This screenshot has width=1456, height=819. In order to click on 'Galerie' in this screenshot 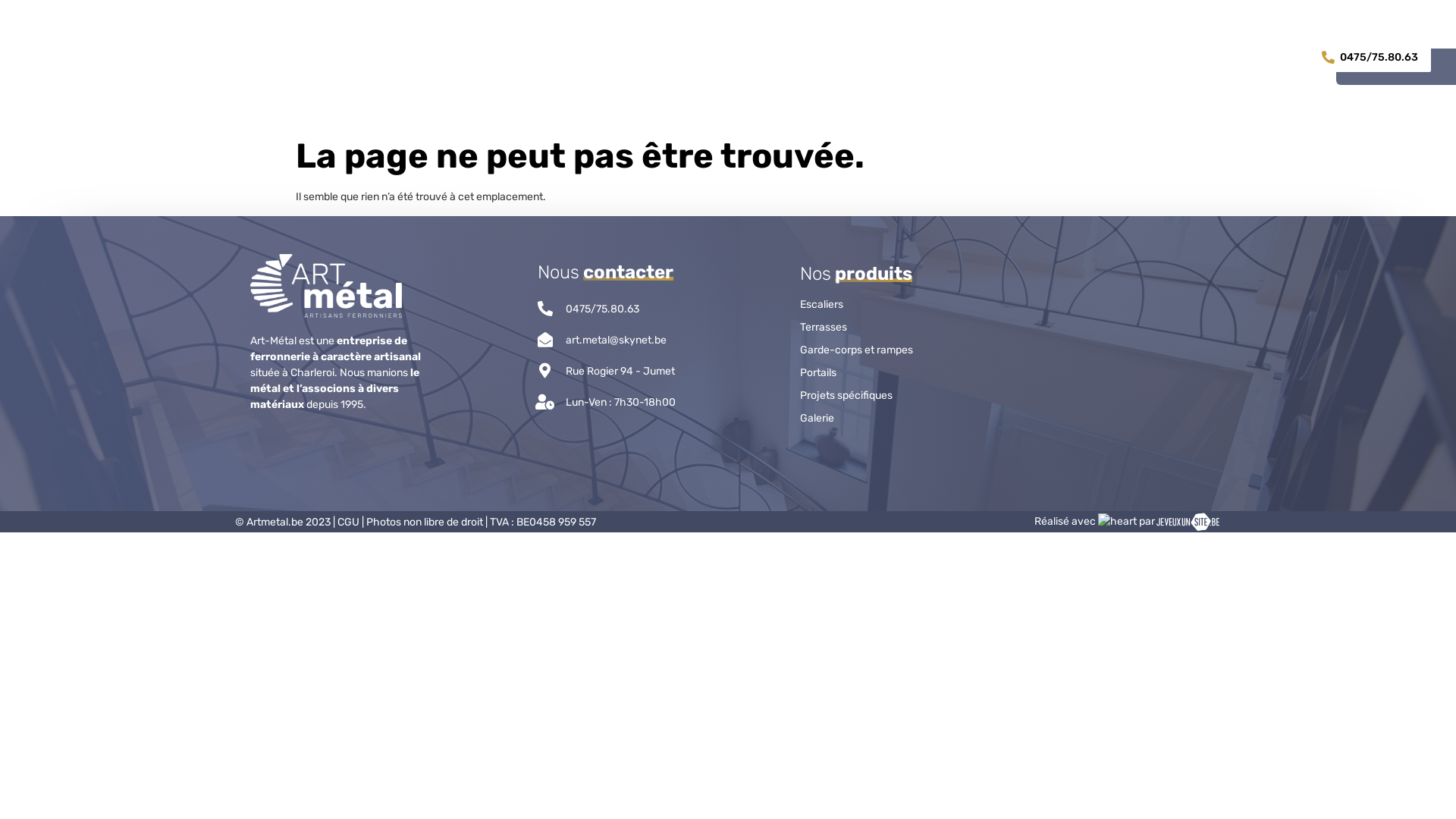, I will do `click(872, 418)`.